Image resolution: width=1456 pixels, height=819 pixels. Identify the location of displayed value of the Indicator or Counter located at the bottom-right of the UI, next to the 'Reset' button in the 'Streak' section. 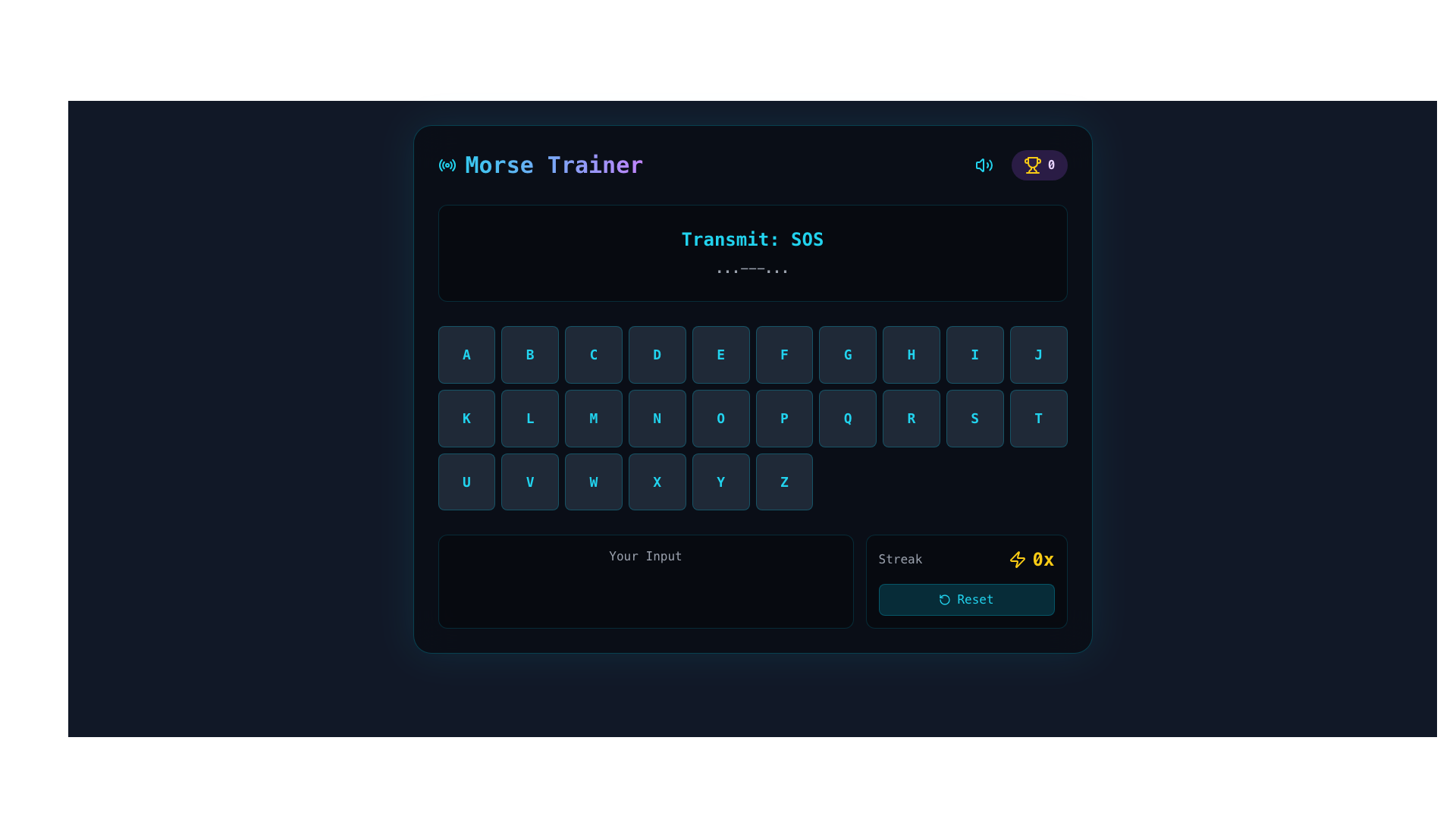
(1031, 560).